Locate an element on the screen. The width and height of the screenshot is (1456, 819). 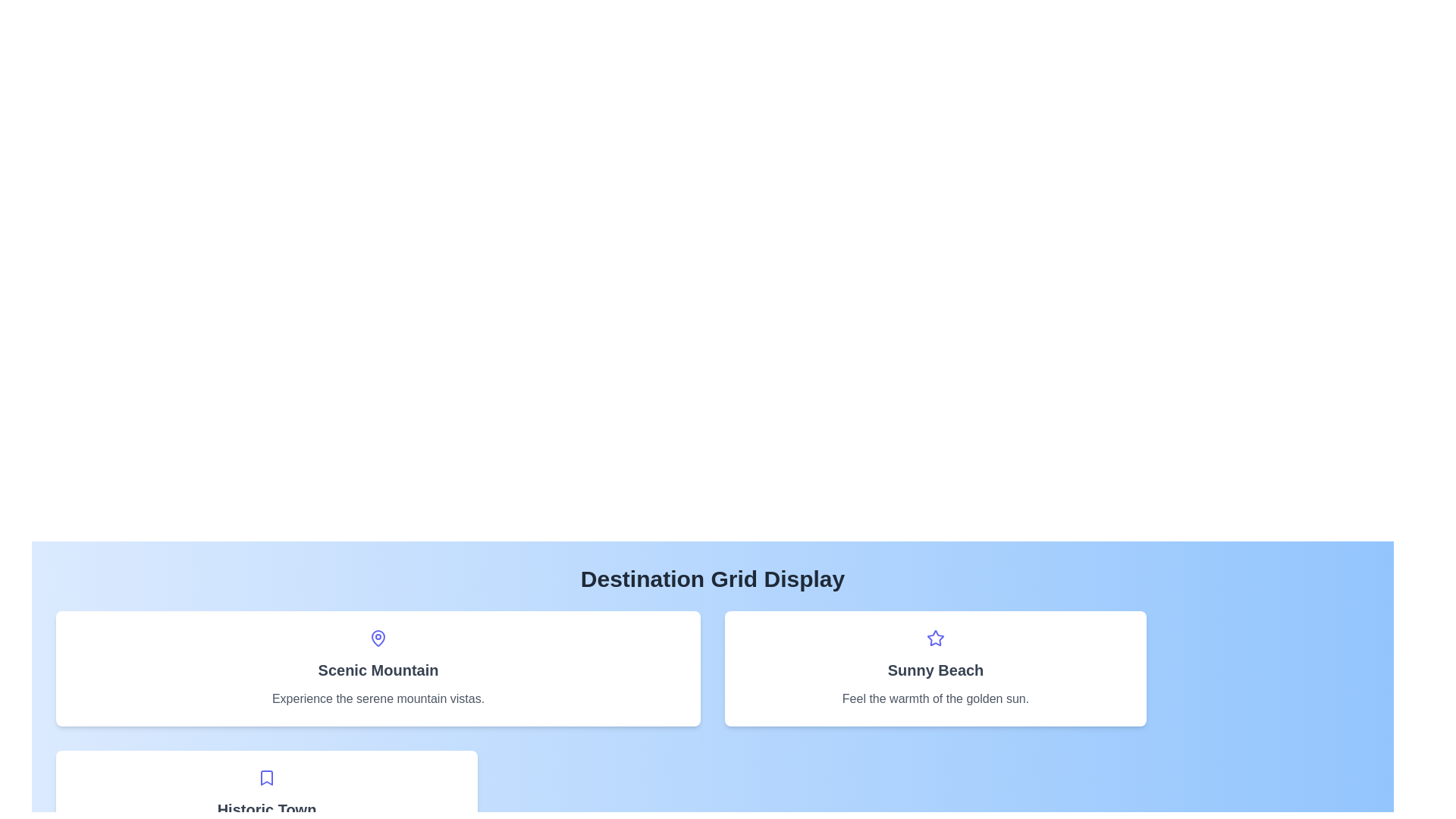
the lower section of the pin icon representing a geographic location marker within the 'Scenic Mountain' card is located at coordinates (378, 637).